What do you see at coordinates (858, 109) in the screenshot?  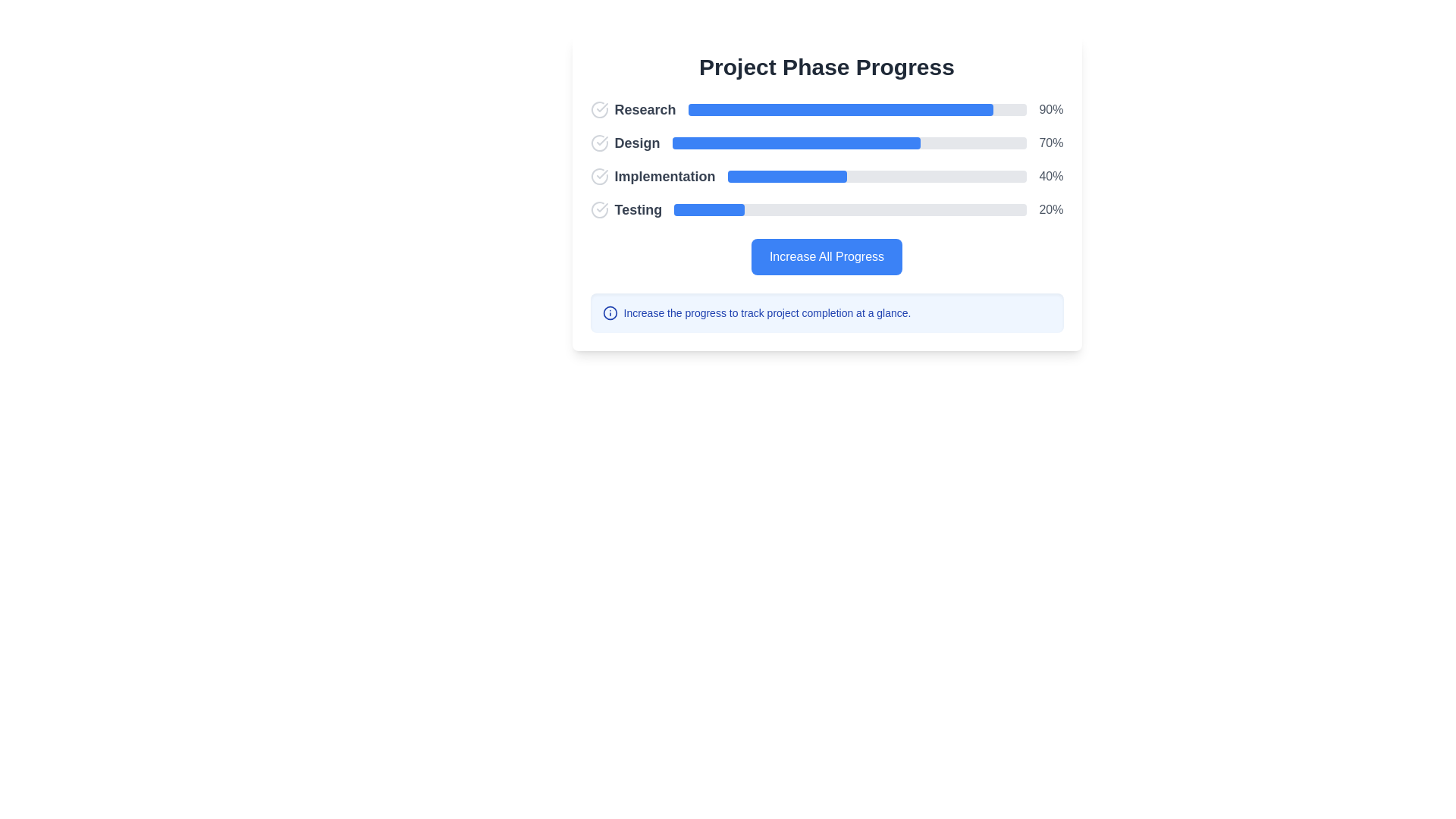 I see `the Progress bar indicating 90% completion for the 'Research' task in the 'Project Phase Progress' section` at bounding box center [858, 109].